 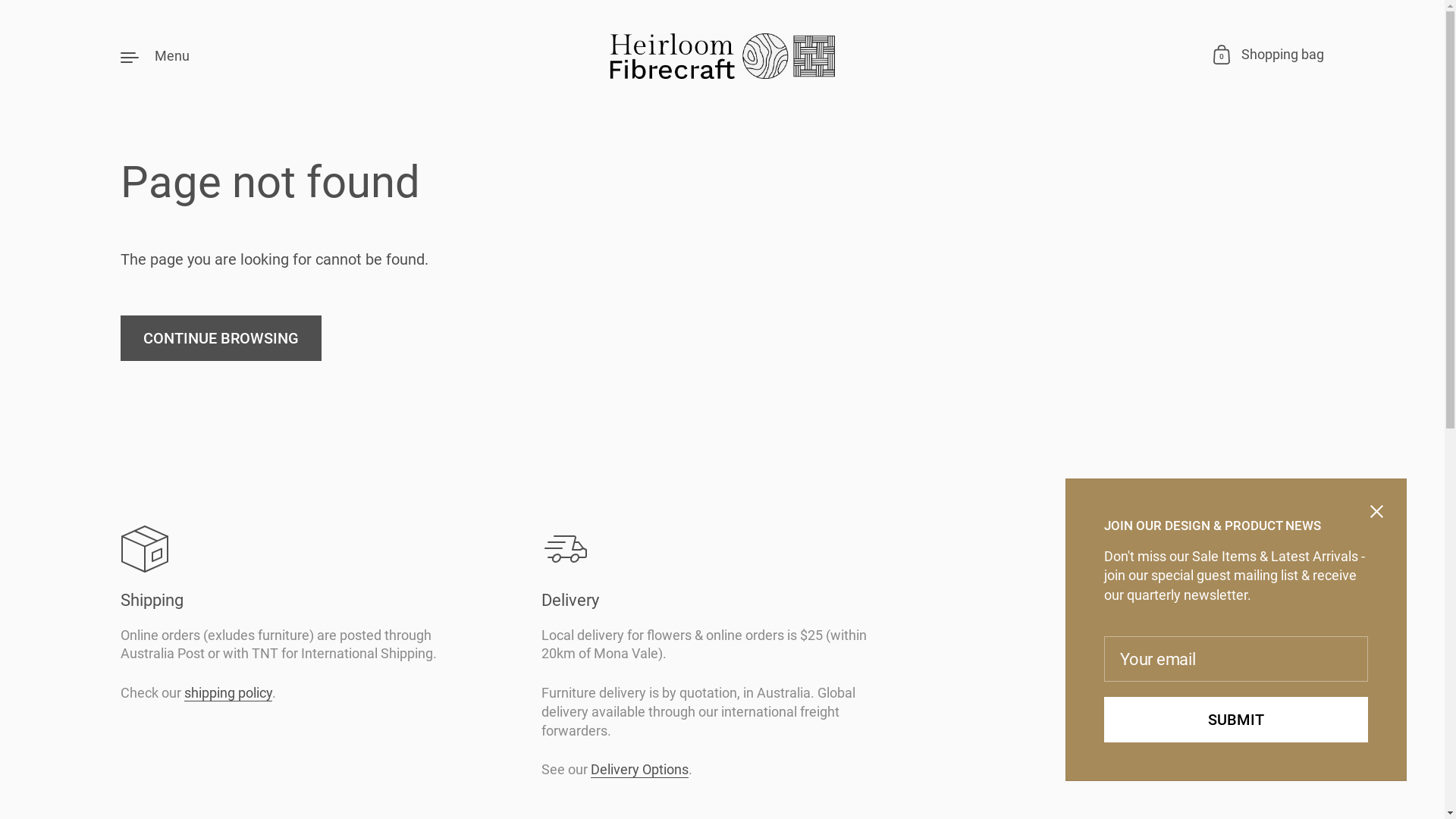 I want to click on '0, so click(x=1269, y=55).